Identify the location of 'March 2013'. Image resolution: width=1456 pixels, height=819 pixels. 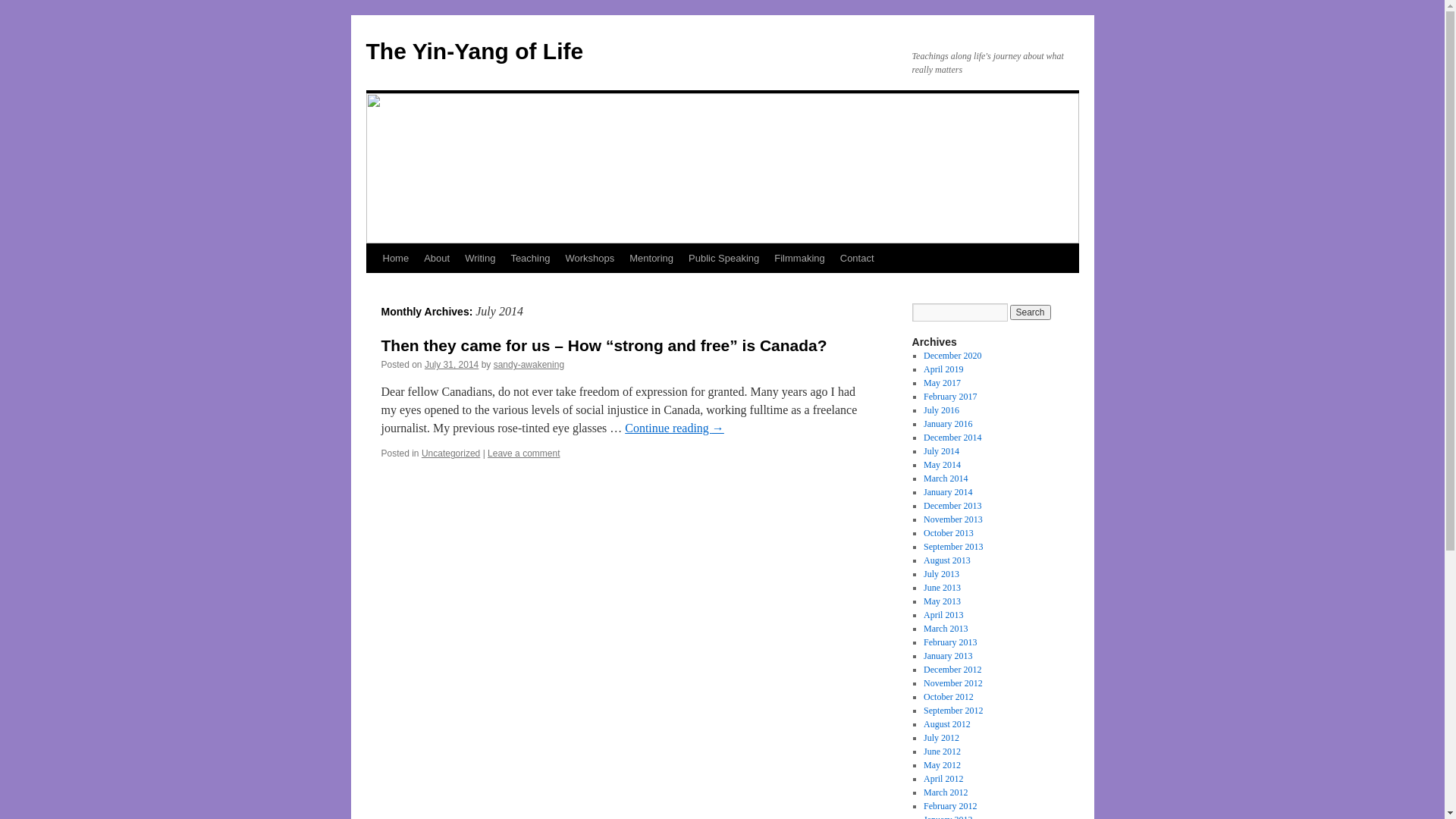
(945, 629).